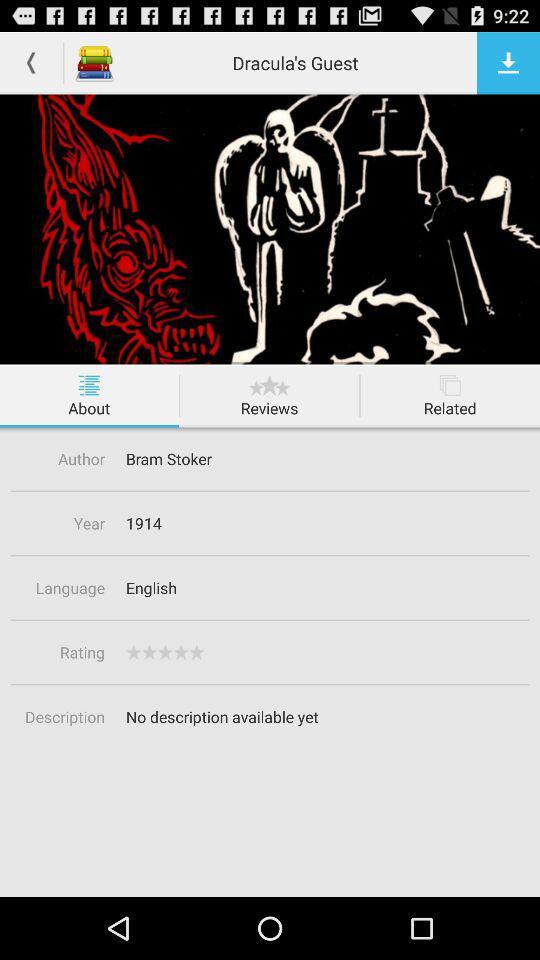 This screenshot has height=960, width=540. What do you see at coordinates (508, 67) in the screenshot?
I see `the file_download icon` at bounding box center [508, 67].